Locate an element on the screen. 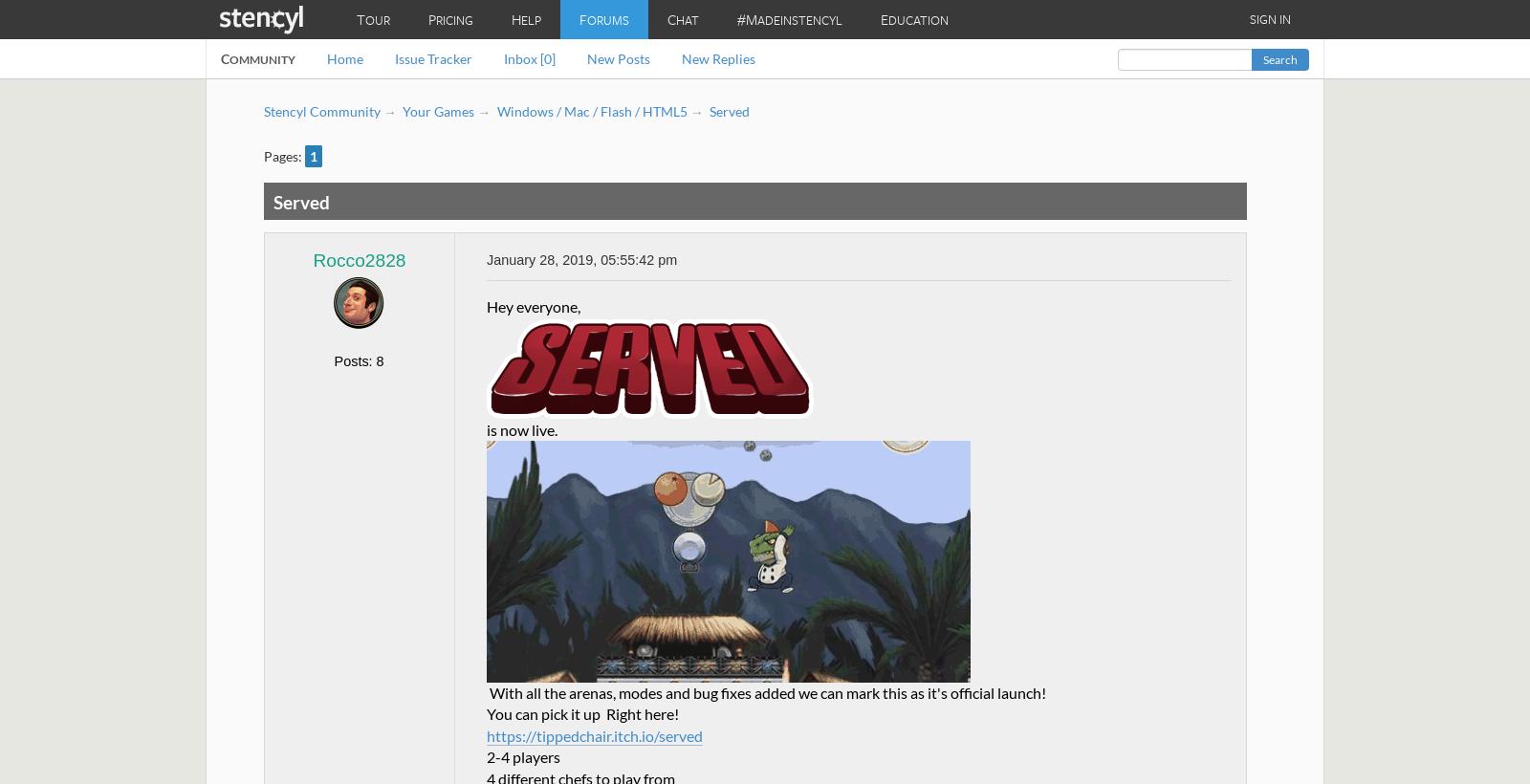 The width and height of the screenshot is (1530, 784). '1' is located at coordinates (310, 155).